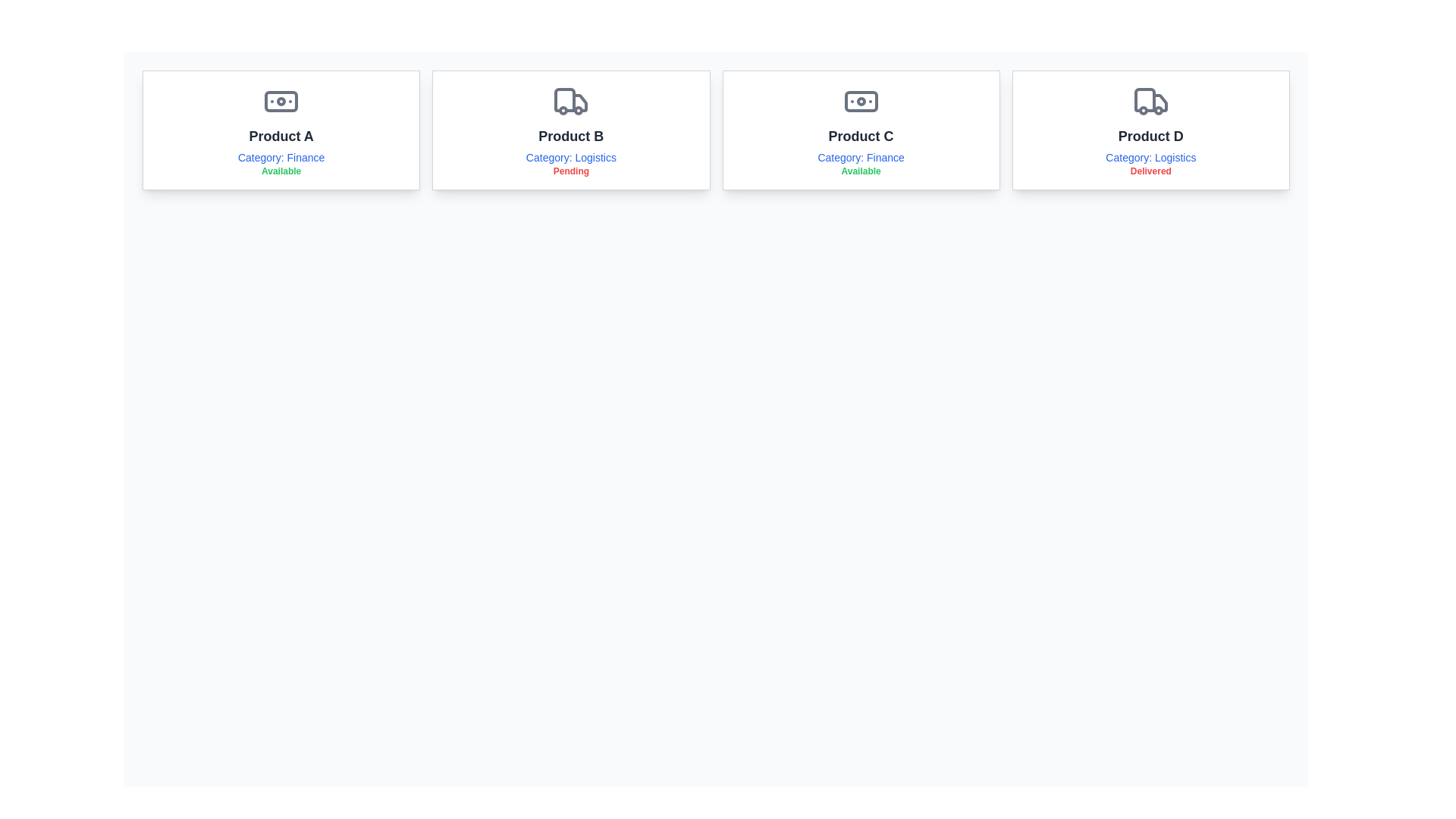 The width and height of the screenshot is (1456, 819). What do you see at coordinates (861, 130) in the screenshot?
I see `the card displaying 'Product C' with a banknote icon, which is the third card in a horizontal grid, to focus or select it` at bounding box center [861, 130].